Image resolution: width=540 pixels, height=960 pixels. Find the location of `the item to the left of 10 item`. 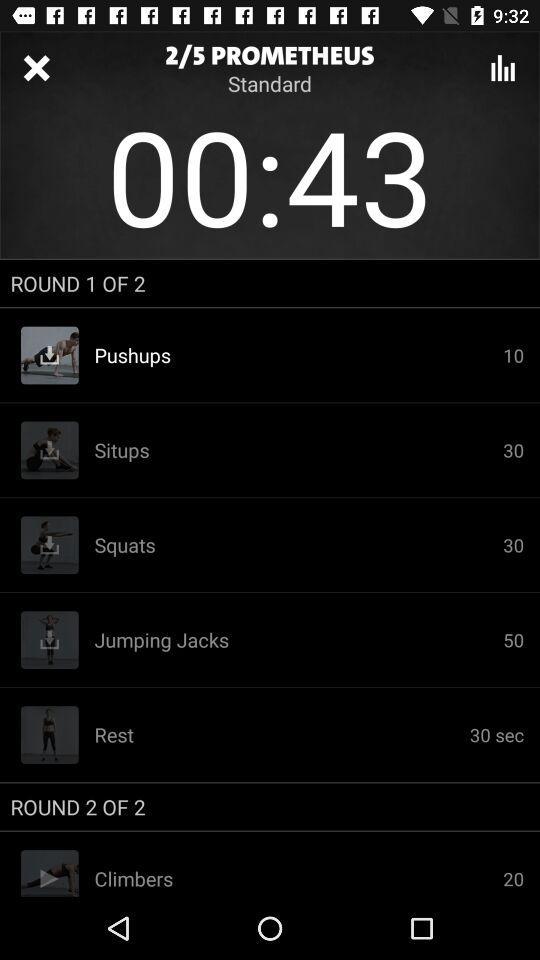

the item to the left of 10 item is located at coordinates (297, 450).